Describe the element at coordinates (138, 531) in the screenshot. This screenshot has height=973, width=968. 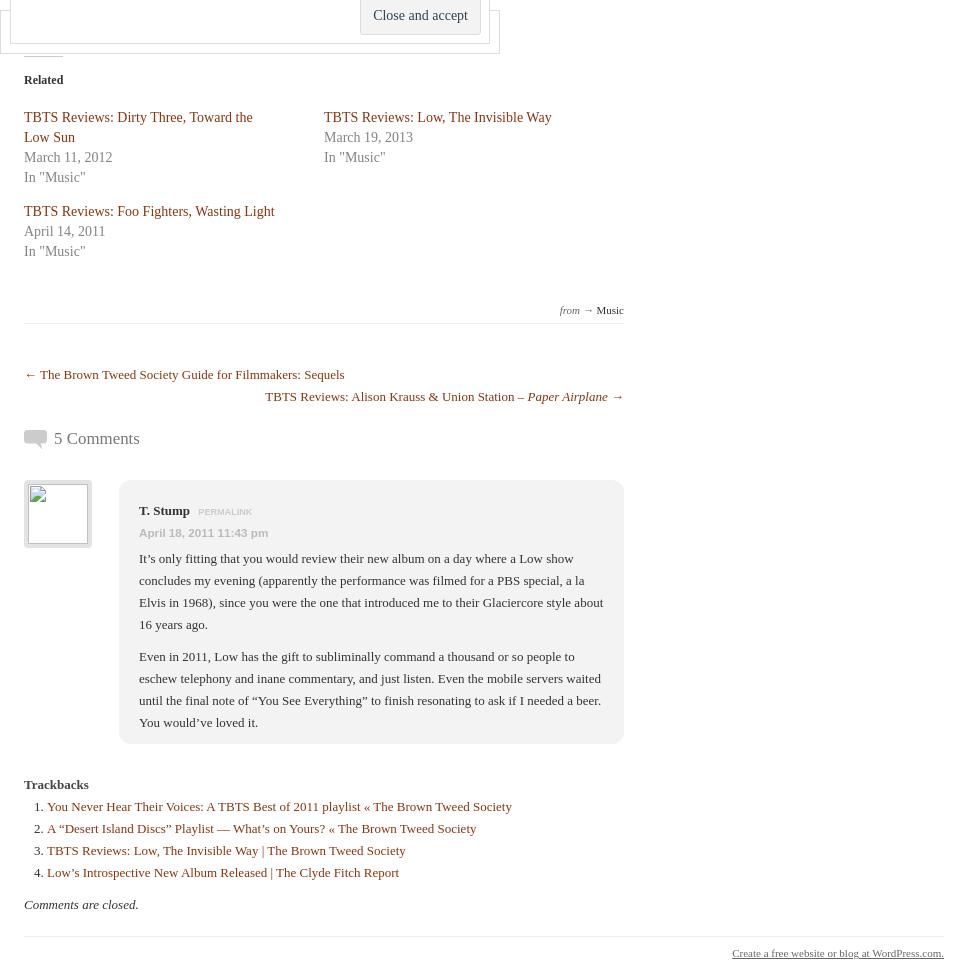
I see `'April 18, 2011 11:43 pm'` at that location.